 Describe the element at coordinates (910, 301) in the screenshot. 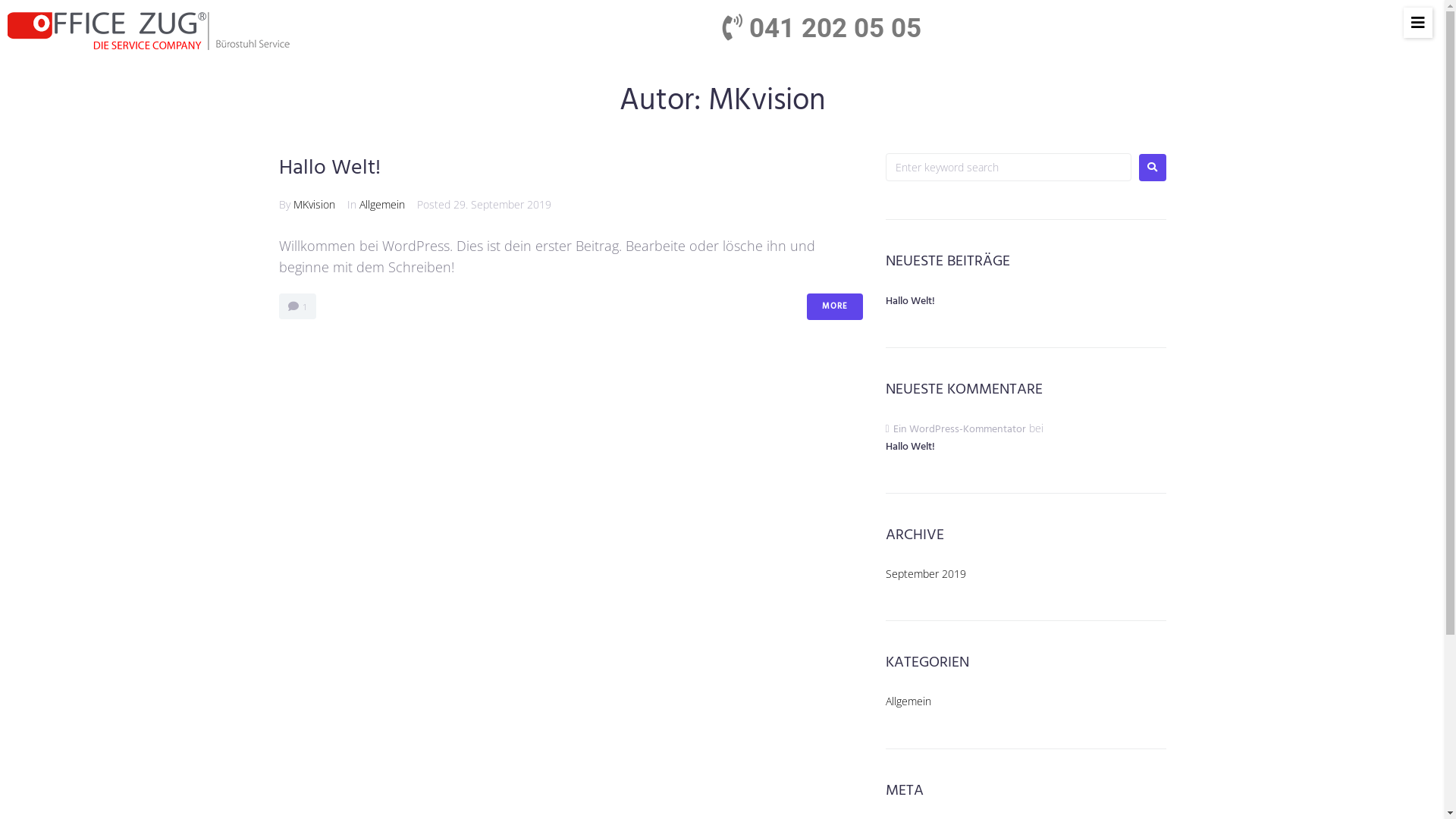

I see `'Hallo Welt!'` at that location.